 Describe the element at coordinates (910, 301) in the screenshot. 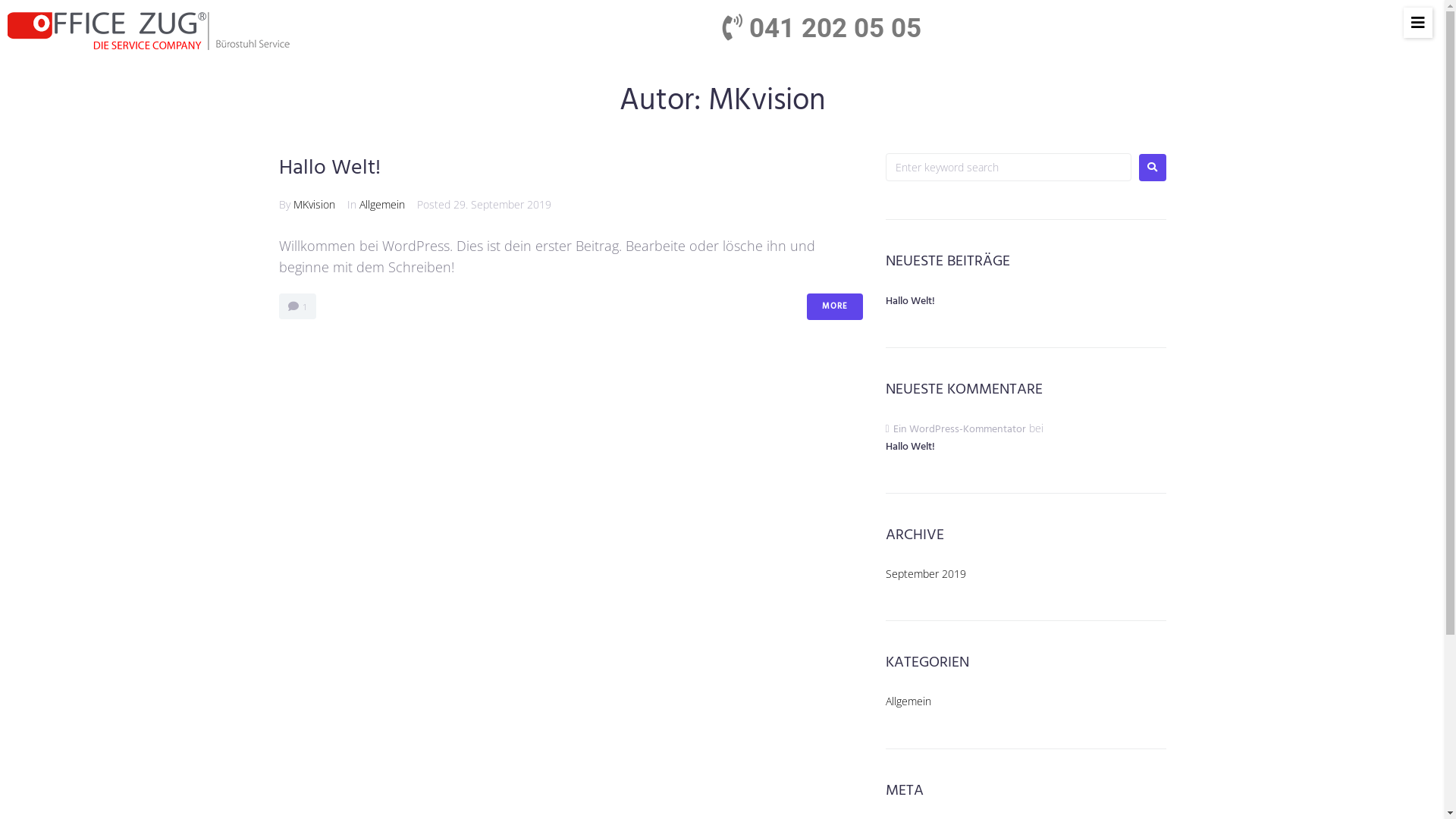

I see `'Hallo Welt!'` at that location.